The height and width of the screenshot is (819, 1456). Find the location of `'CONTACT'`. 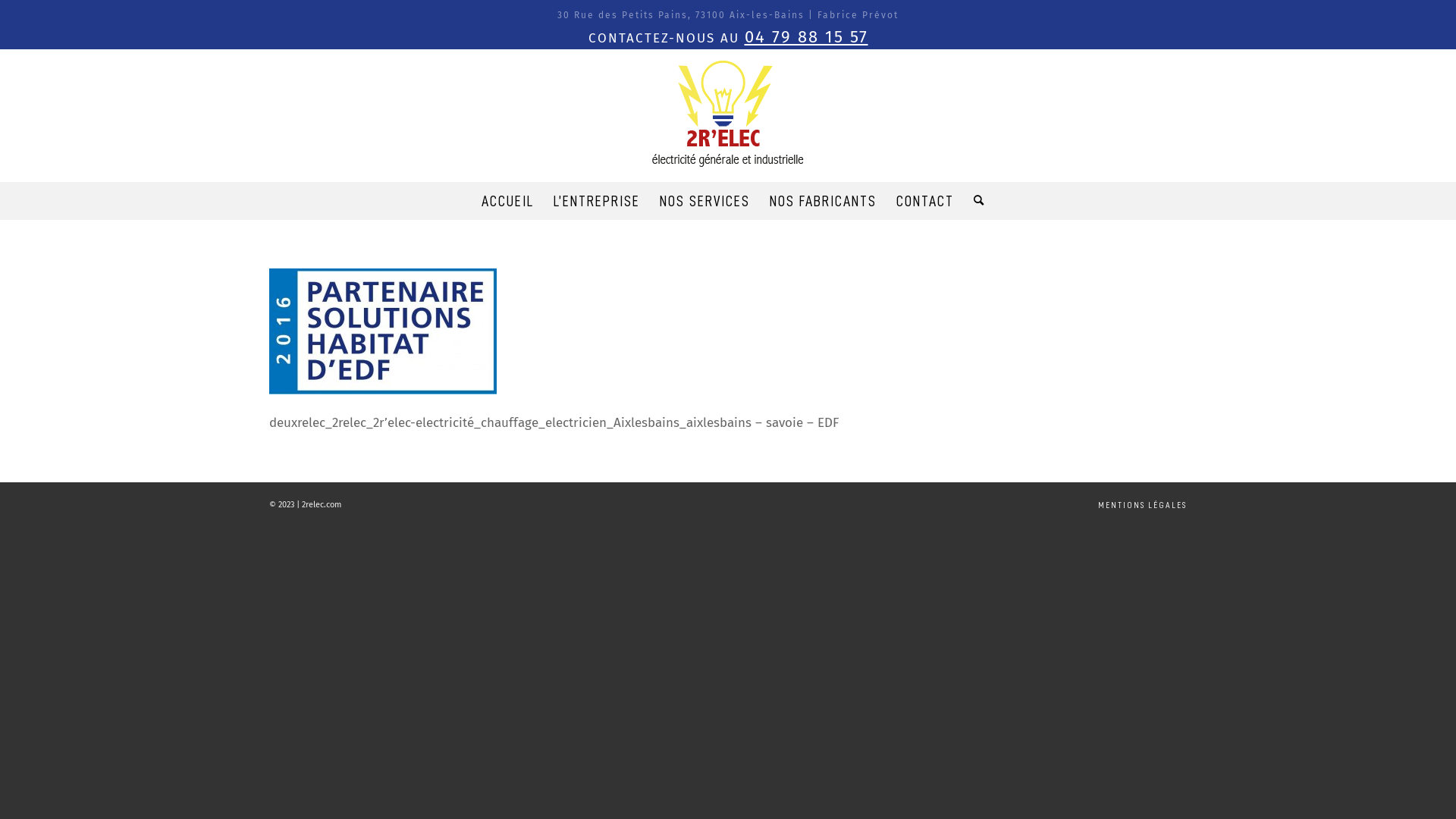

'CONTACT' is located at coordinates (924, 200).